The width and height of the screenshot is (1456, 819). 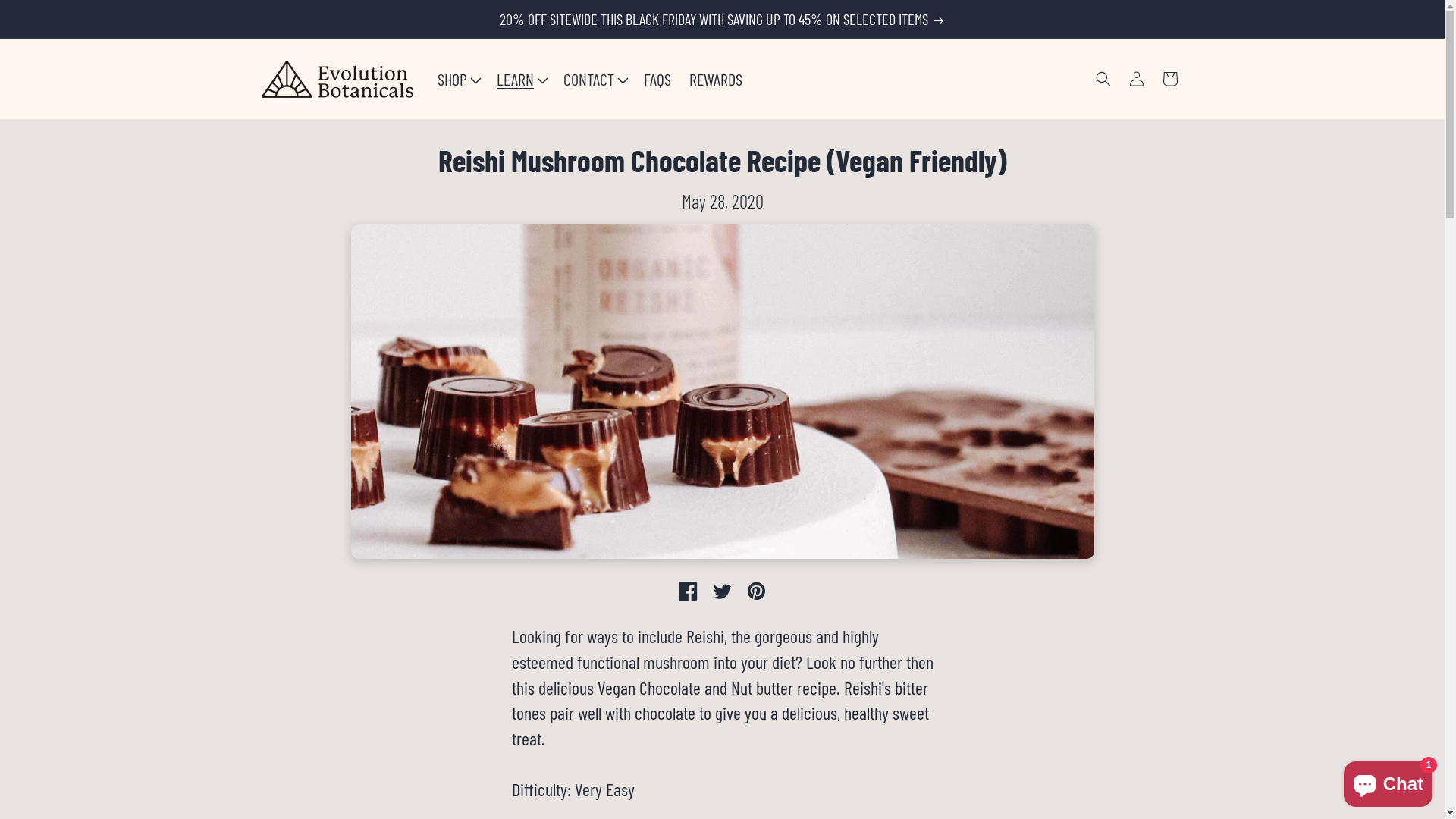 I want to click on 'Log in', so click(x=1135, y=79).